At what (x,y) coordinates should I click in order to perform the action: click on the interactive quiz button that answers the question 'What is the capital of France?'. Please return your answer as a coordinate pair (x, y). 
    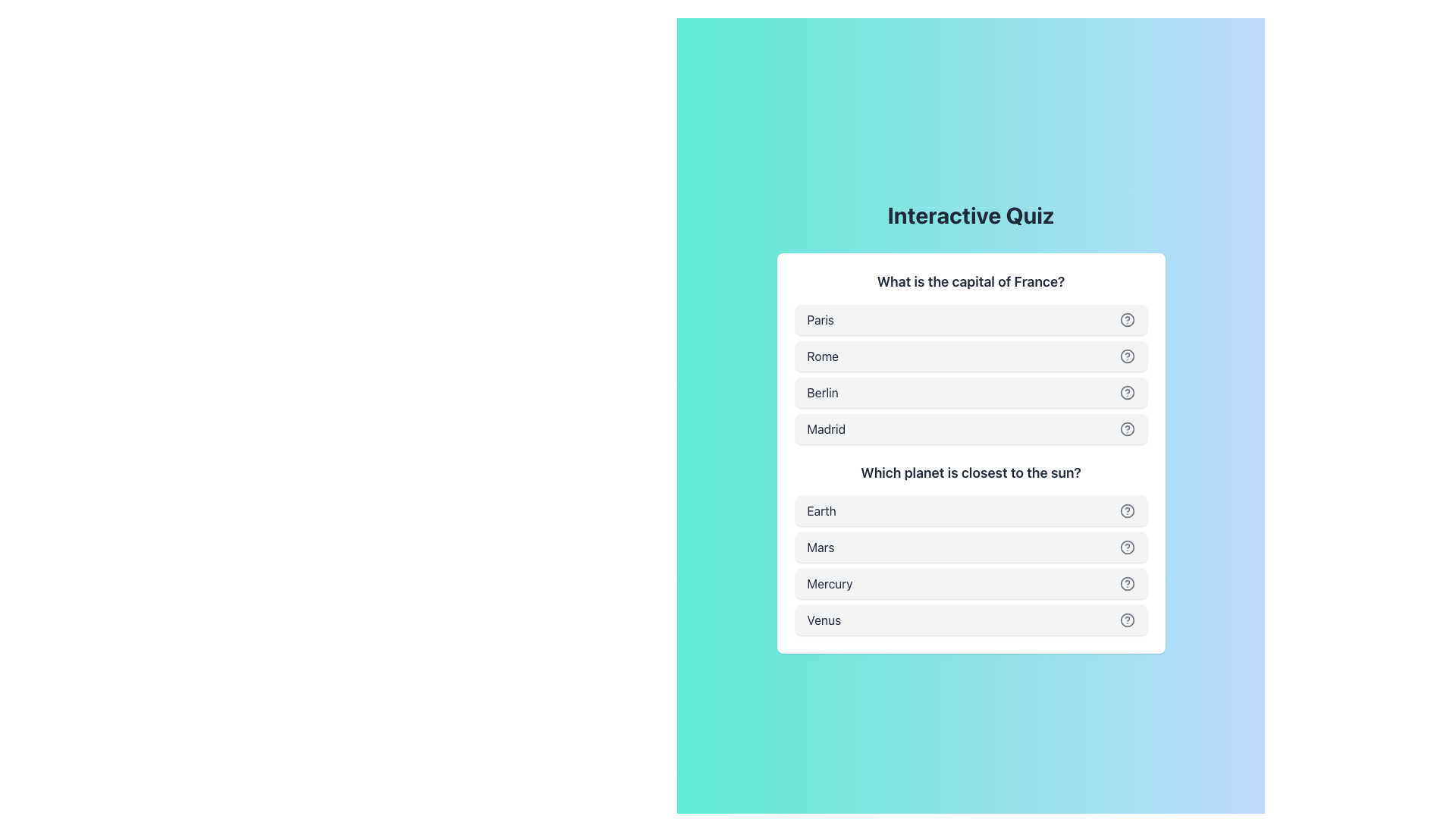
    Looking at the image, I should click on (971, 318).